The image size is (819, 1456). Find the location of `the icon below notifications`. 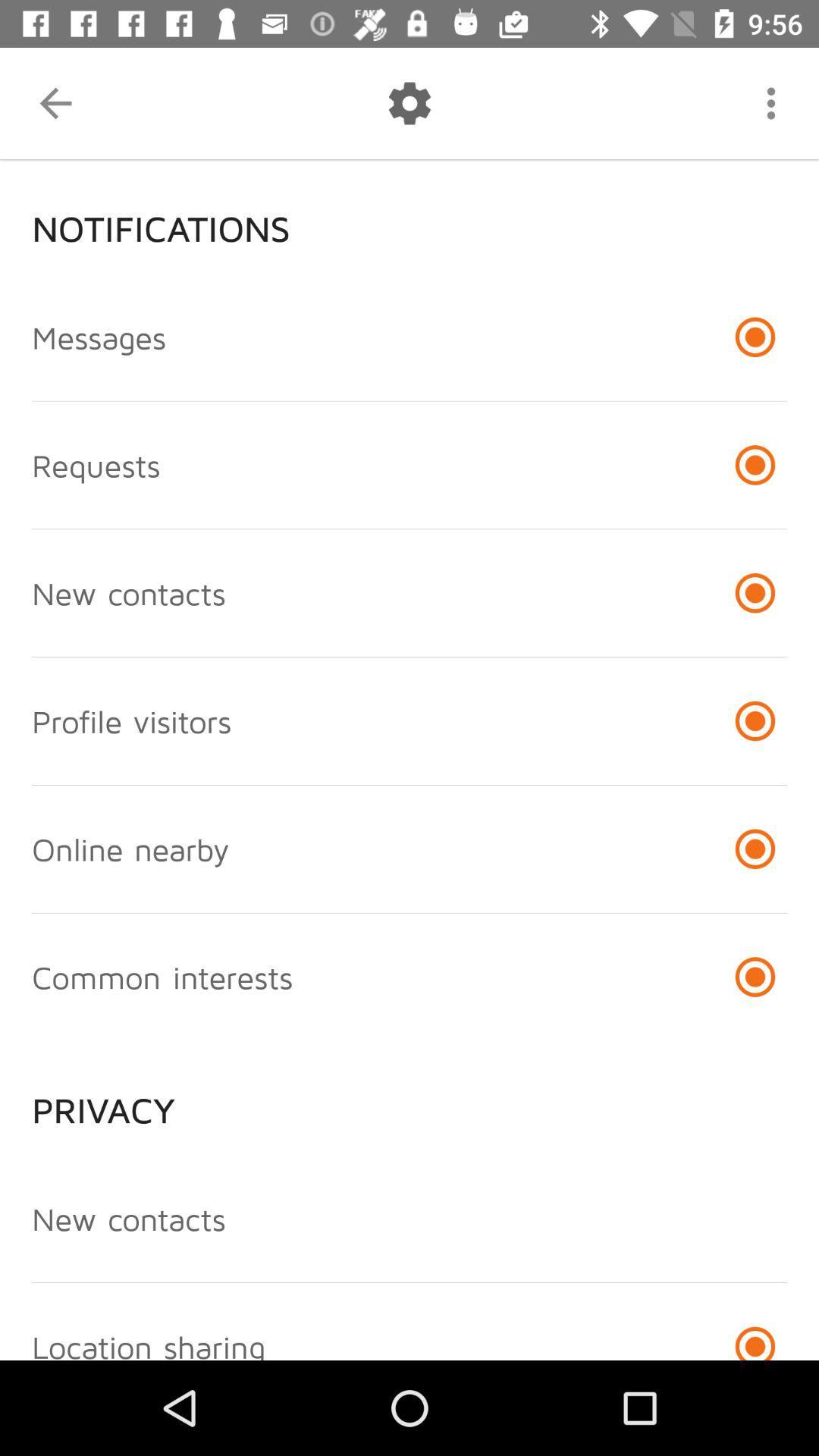

the icon below notifications is located at coordinates (99, 336).